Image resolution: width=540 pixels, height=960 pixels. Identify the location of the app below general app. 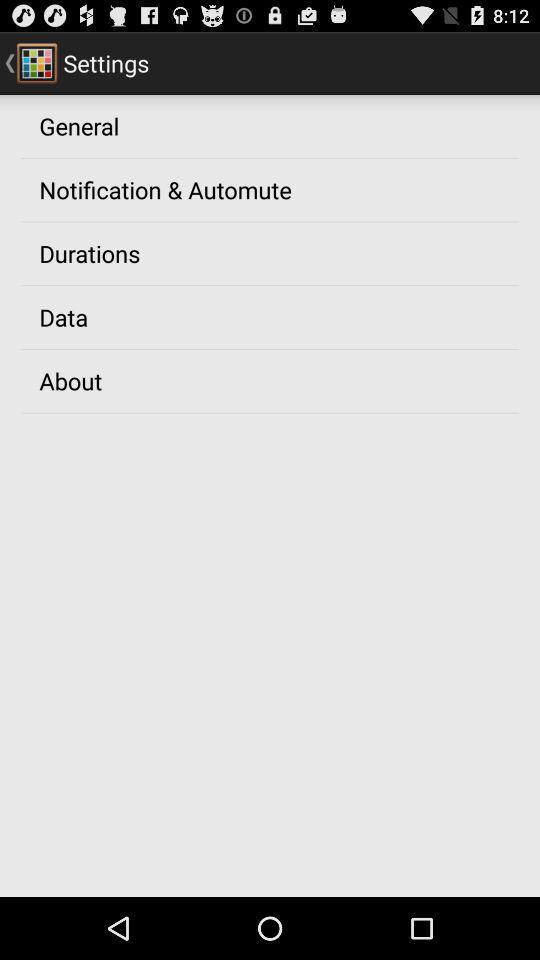
(164, 189).